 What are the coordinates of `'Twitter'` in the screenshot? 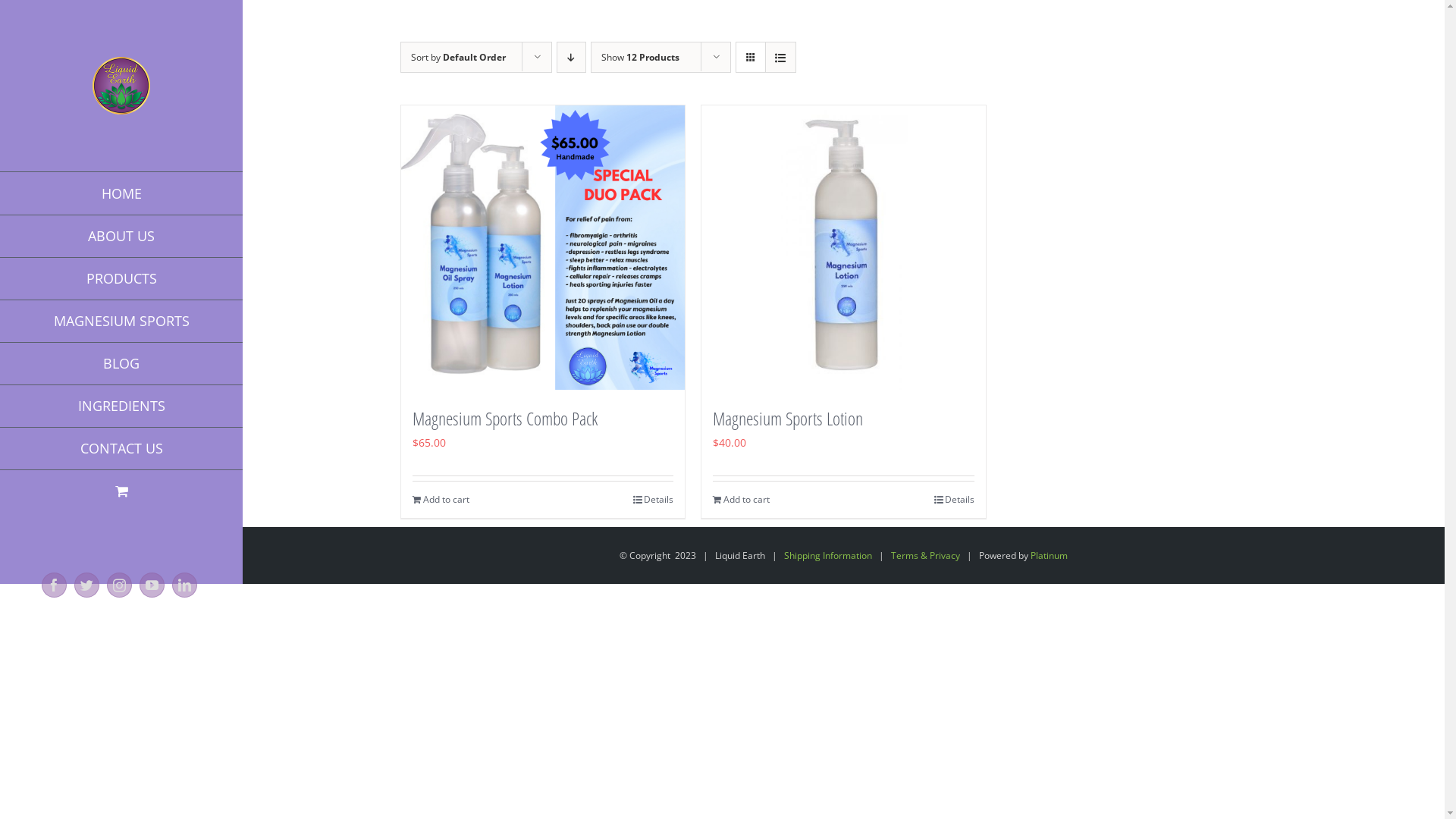 It's located at (86, 584).